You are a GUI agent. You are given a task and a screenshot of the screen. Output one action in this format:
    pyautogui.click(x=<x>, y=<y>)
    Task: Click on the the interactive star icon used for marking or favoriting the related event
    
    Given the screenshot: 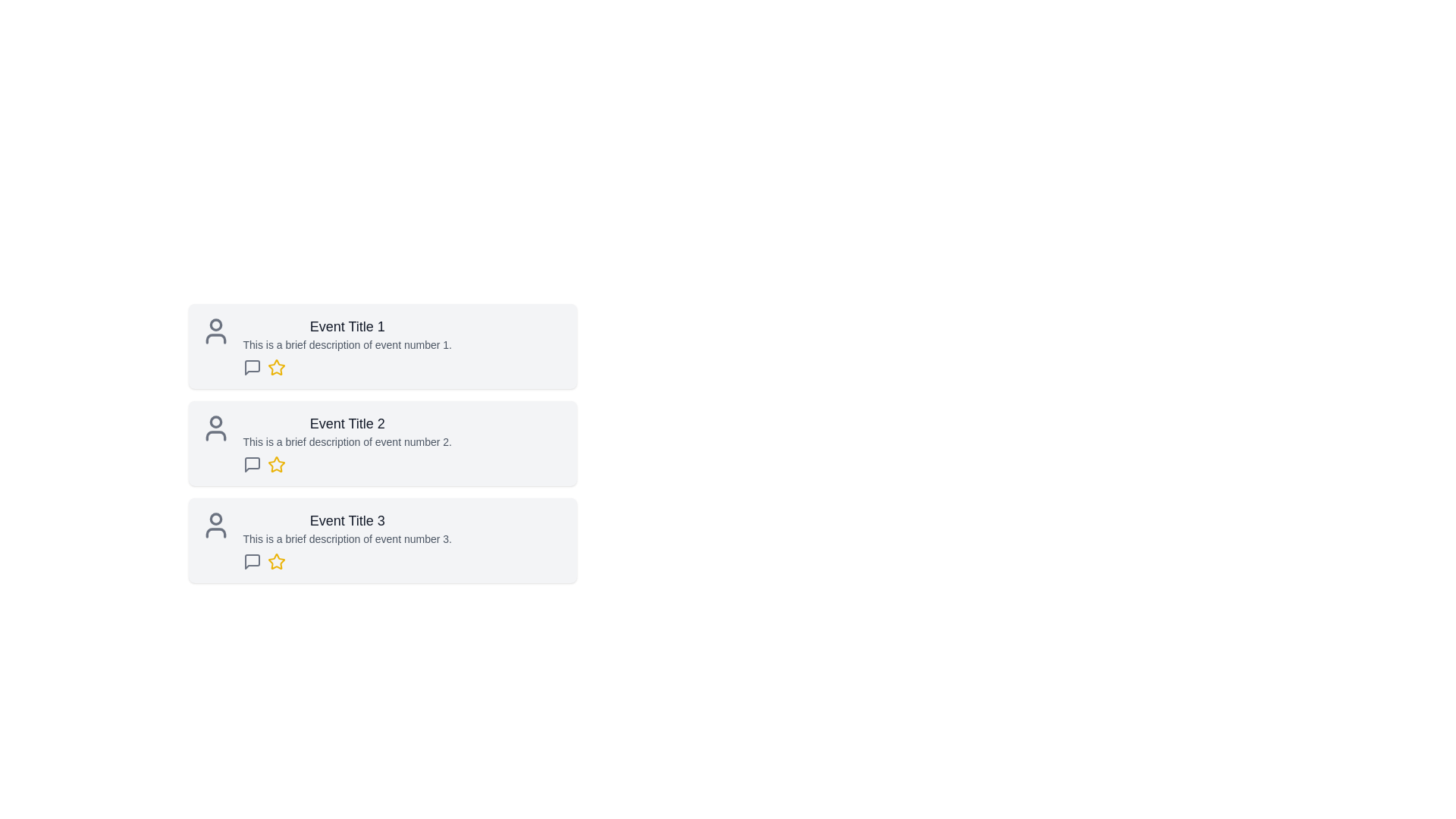 What is the action you would take?
    pyautogui.click(x=276, y=464)
    